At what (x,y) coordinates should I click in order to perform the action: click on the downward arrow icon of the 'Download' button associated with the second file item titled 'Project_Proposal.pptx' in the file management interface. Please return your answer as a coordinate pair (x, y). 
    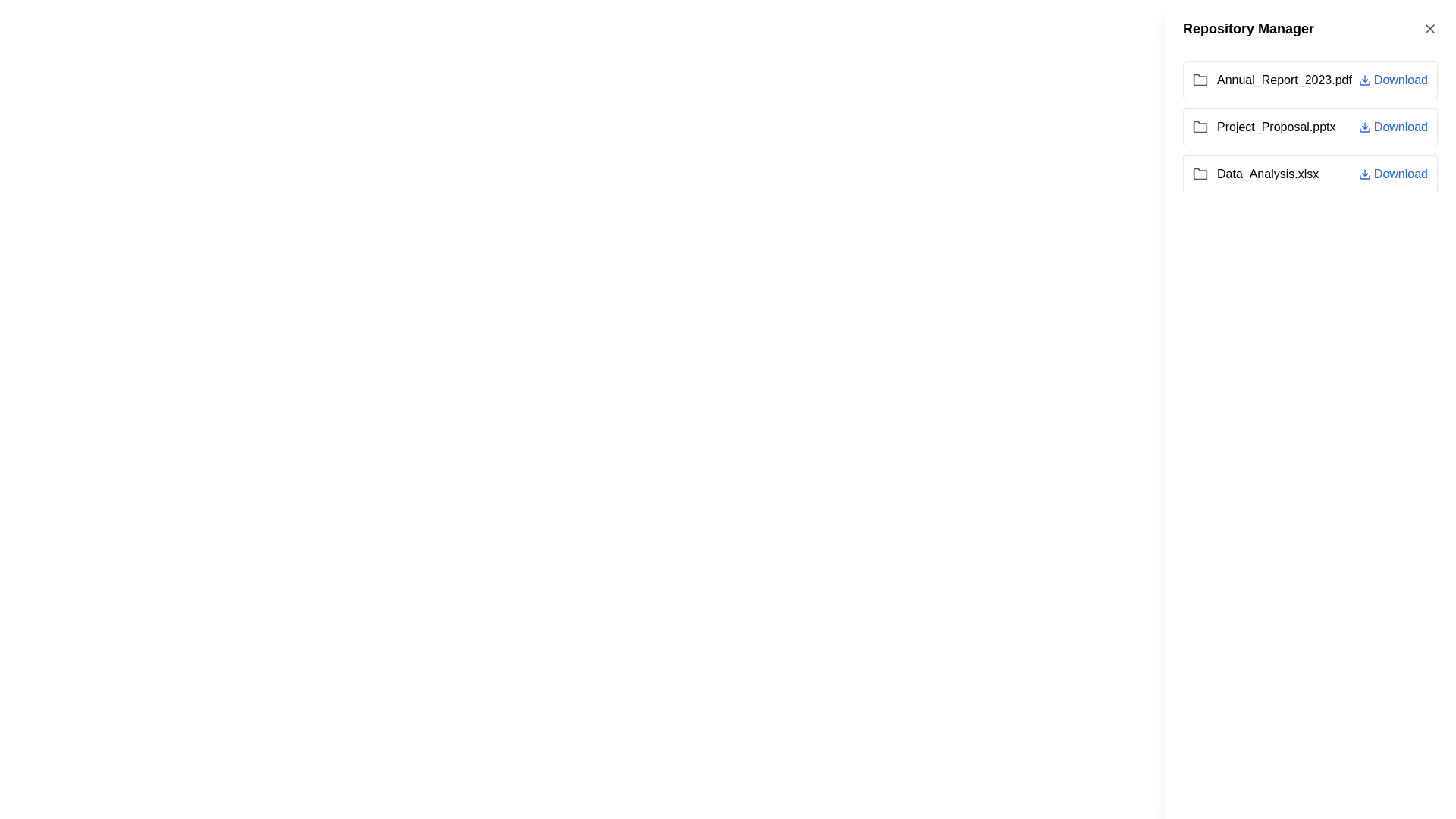
    Looking at the image, I should click on (1364, 127).